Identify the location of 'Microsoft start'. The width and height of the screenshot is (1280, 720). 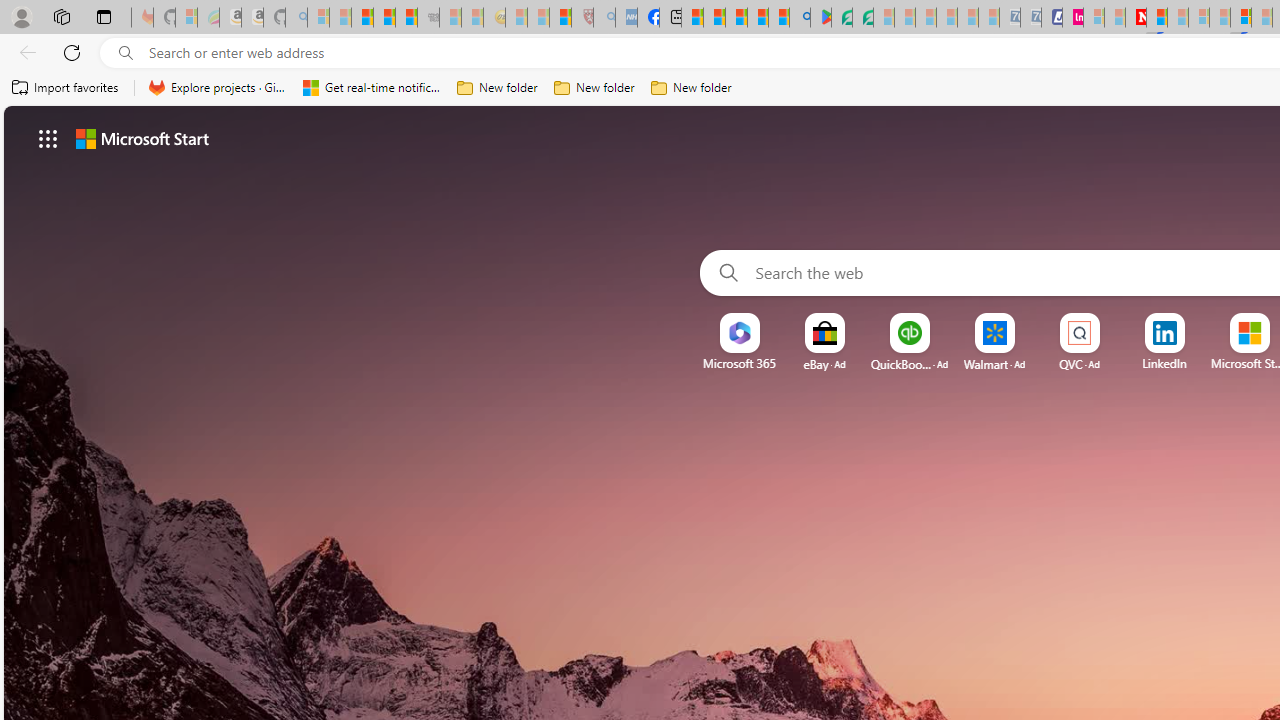
(141, 137).